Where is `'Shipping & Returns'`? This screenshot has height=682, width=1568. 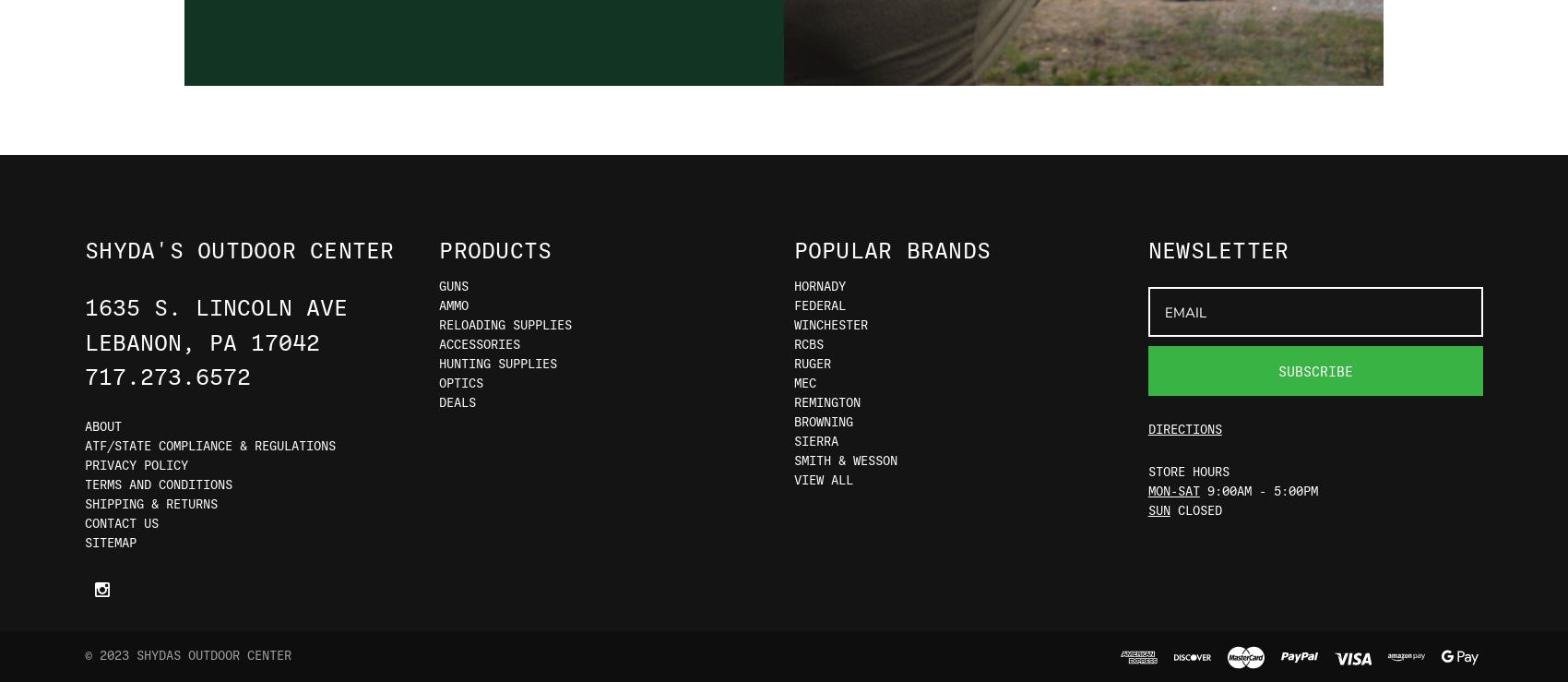
'Shipping & Returns' is located at coordinates (84, 502).